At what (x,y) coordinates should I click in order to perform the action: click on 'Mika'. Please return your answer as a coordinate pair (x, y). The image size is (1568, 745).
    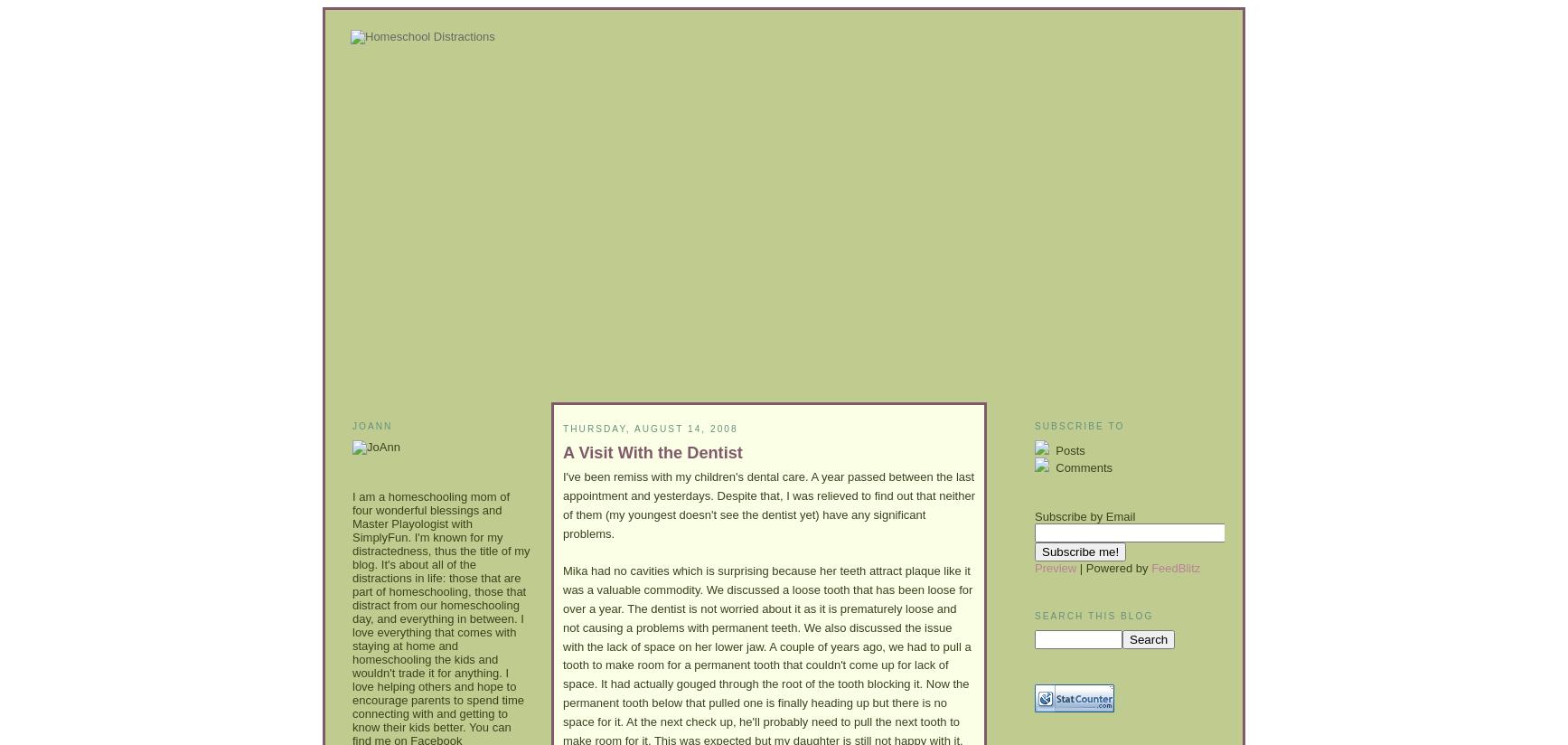
    Looking at the image, I should click on (575, 570).